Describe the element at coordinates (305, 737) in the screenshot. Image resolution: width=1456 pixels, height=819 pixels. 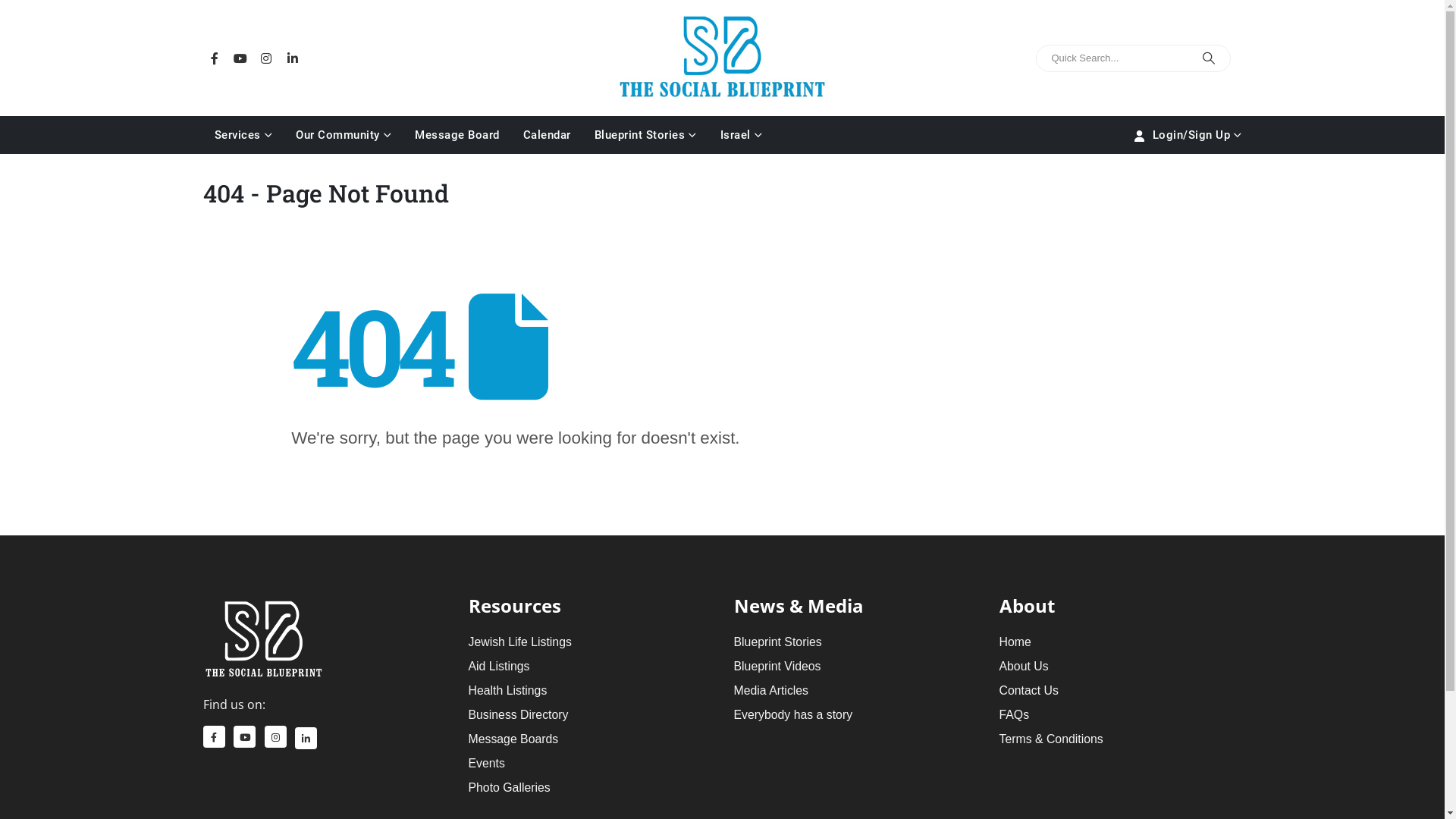
I see `'LinkedIn'` at that location.